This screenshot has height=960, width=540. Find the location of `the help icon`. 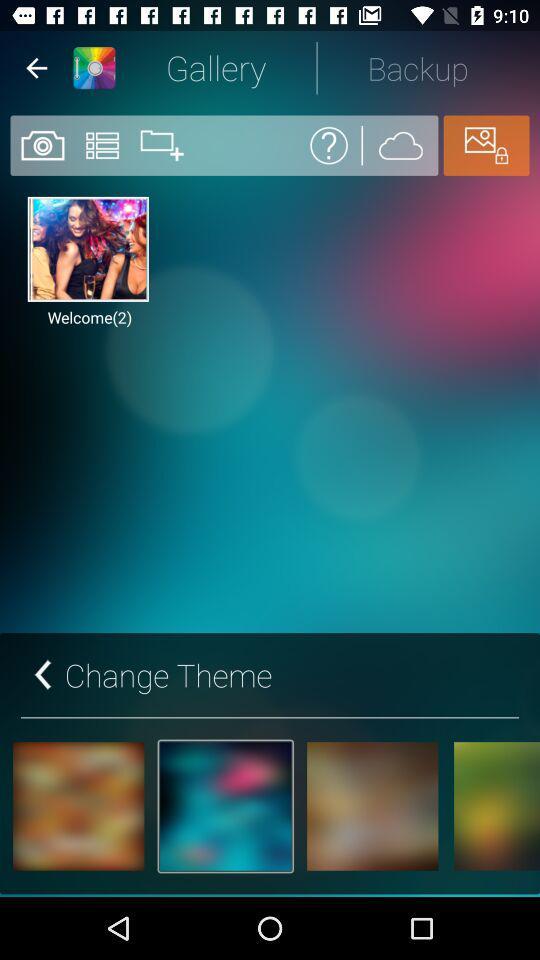

the help icon is located at coordinates (329, 144).